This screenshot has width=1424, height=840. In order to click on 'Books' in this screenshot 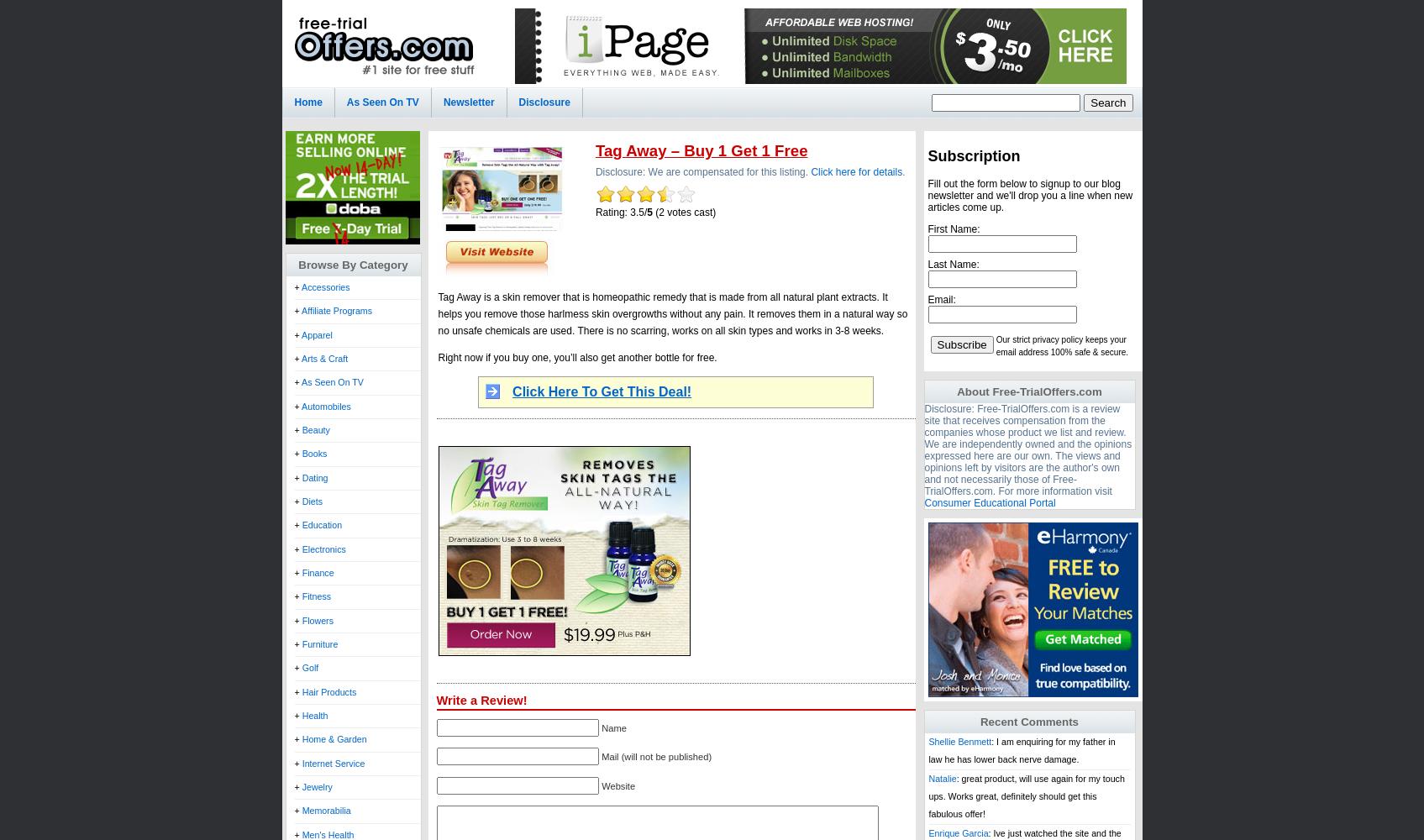, I will do `click(313, 454)`.